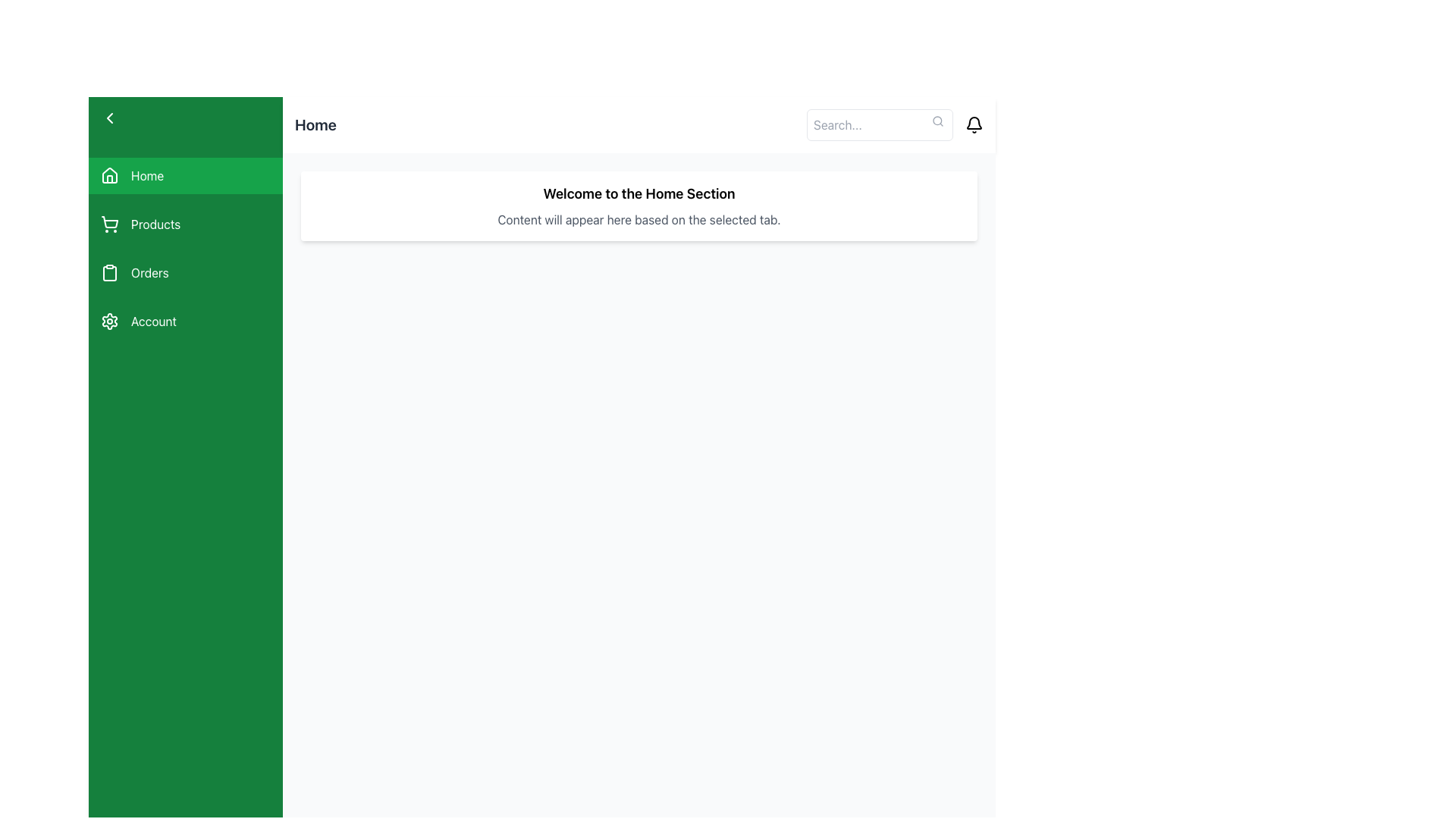  Describe the element at coordinates (108, 174) in the screenshot. I see `the 'Home' icon in the navigation bar` at that location.